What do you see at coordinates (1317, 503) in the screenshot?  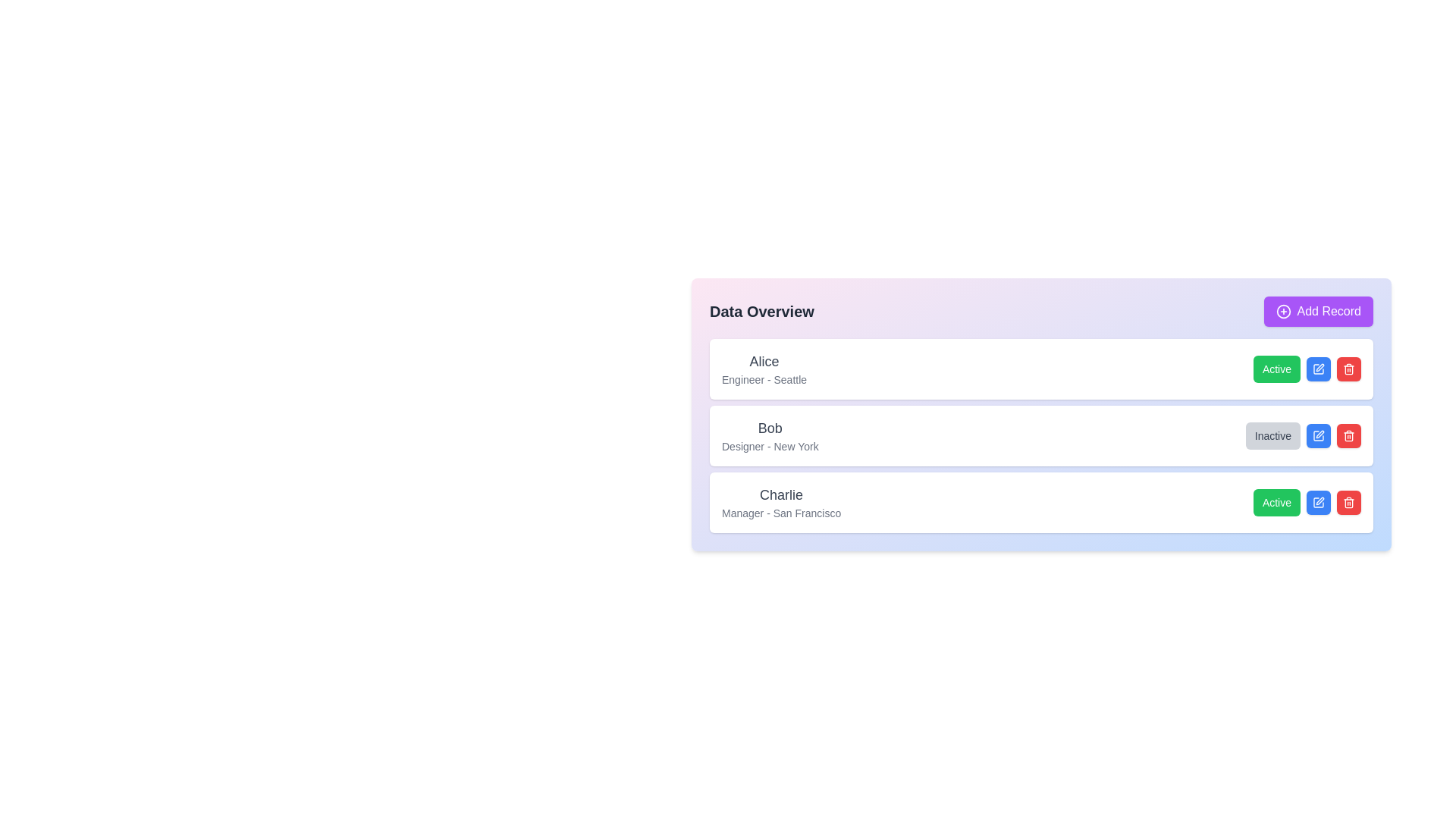 I see `the edit button located between the green 'Active' button and the red delete button, which is the second button in a row of three, to initiate an edit action` at bounding box center [1317, 503].